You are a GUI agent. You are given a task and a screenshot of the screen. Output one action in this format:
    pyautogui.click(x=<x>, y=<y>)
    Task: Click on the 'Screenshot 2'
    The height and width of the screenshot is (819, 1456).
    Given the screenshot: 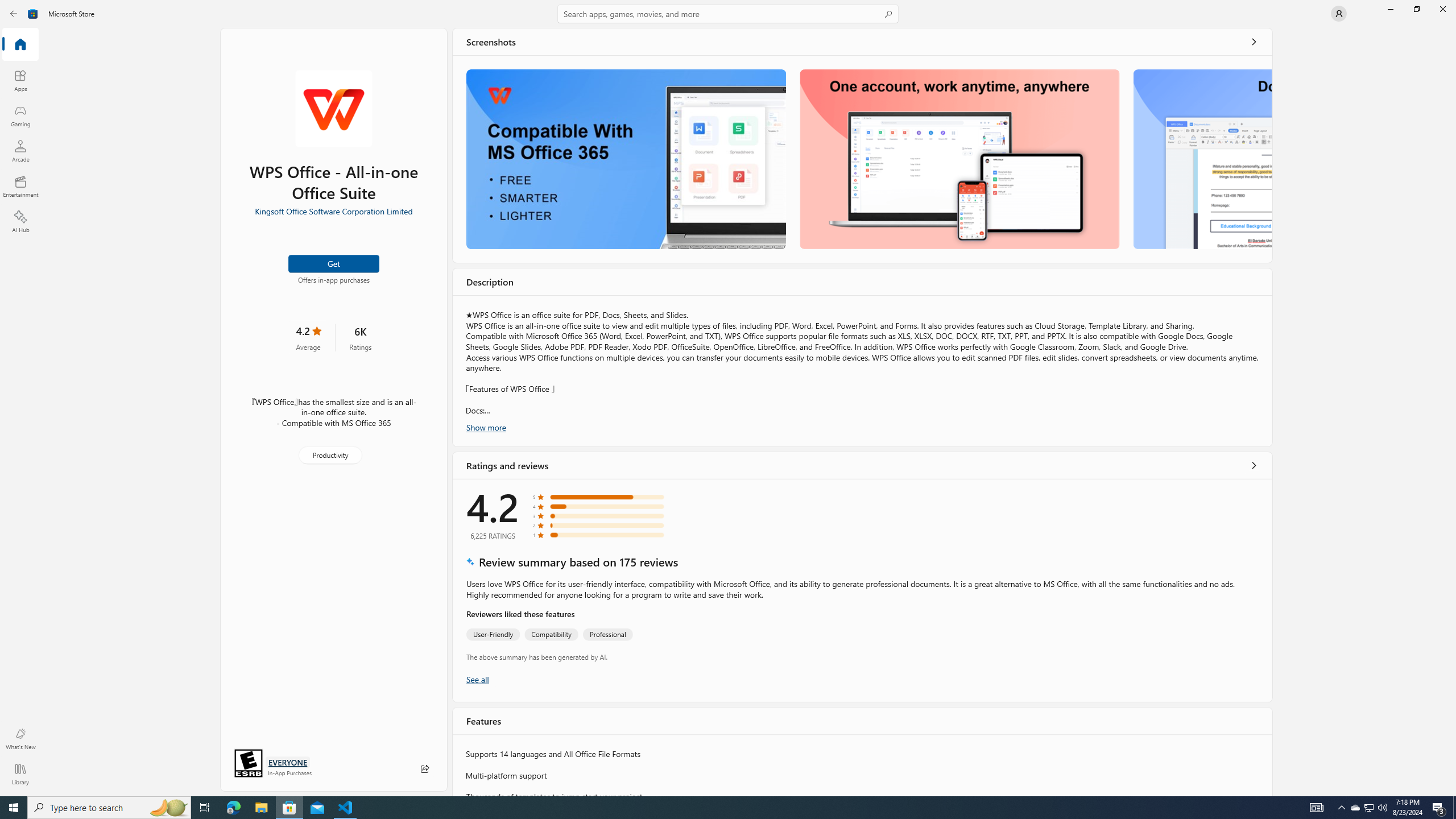 What is the action you would take?
    pyautogui.click(x=959, y=159)
    